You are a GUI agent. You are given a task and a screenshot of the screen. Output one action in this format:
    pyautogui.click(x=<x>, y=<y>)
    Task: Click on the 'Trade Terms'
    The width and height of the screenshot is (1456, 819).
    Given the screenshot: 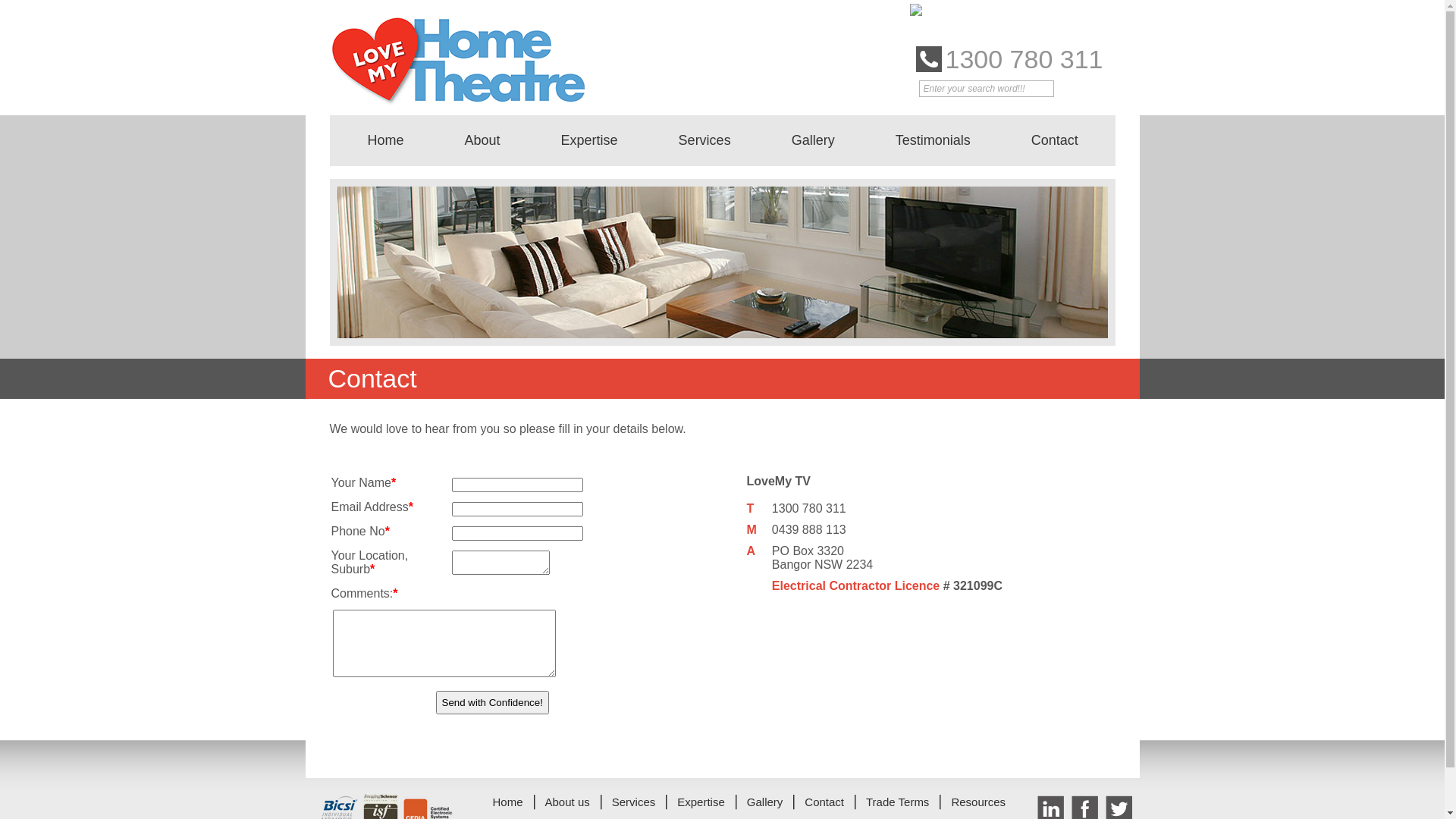 What is the action you would take?
    pyautogui.click(x=897, y=801)
    